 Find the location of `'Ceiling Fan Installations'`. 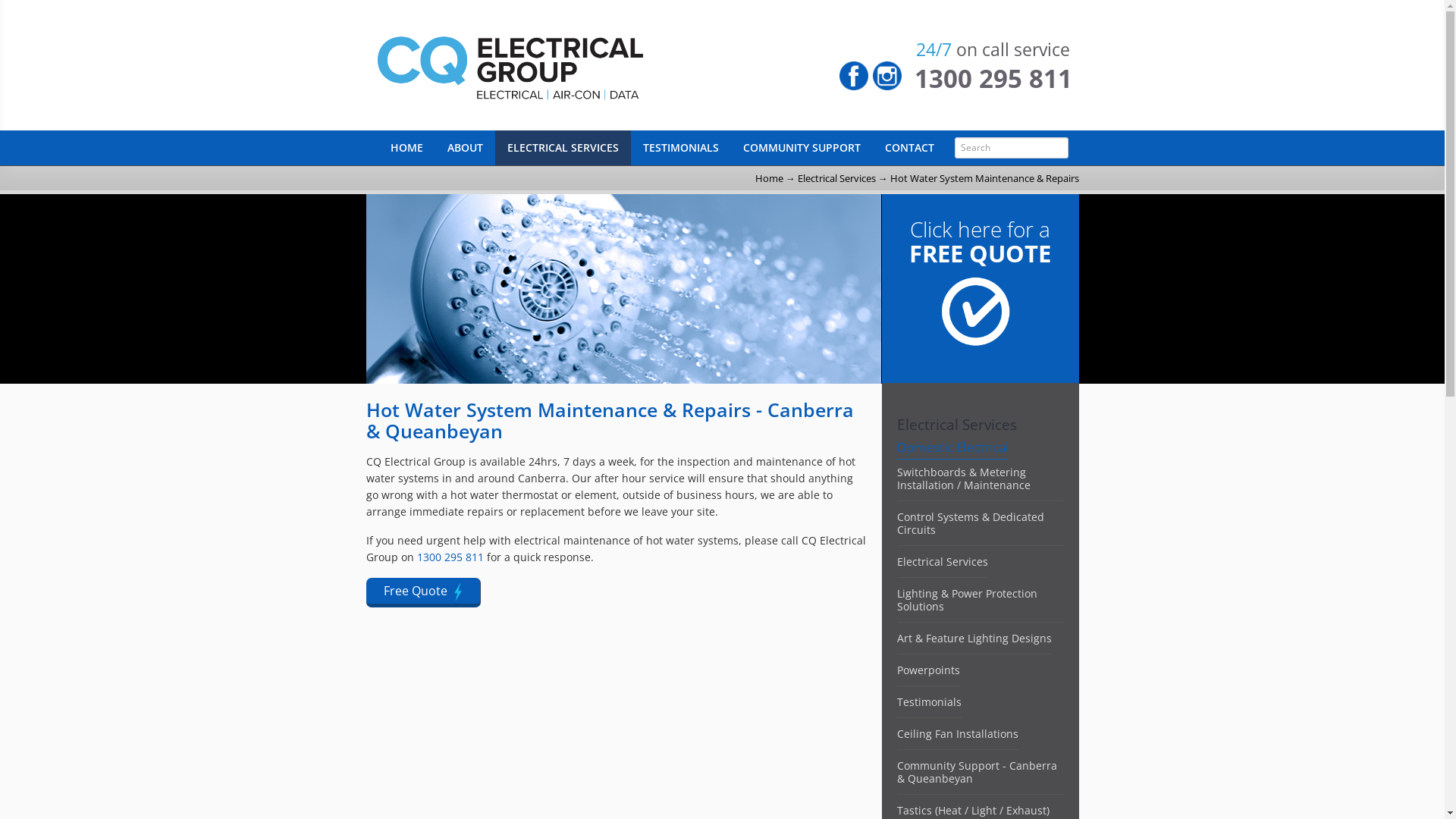

'Ceiling Fan Installations' is located at coordinates (956, 733).